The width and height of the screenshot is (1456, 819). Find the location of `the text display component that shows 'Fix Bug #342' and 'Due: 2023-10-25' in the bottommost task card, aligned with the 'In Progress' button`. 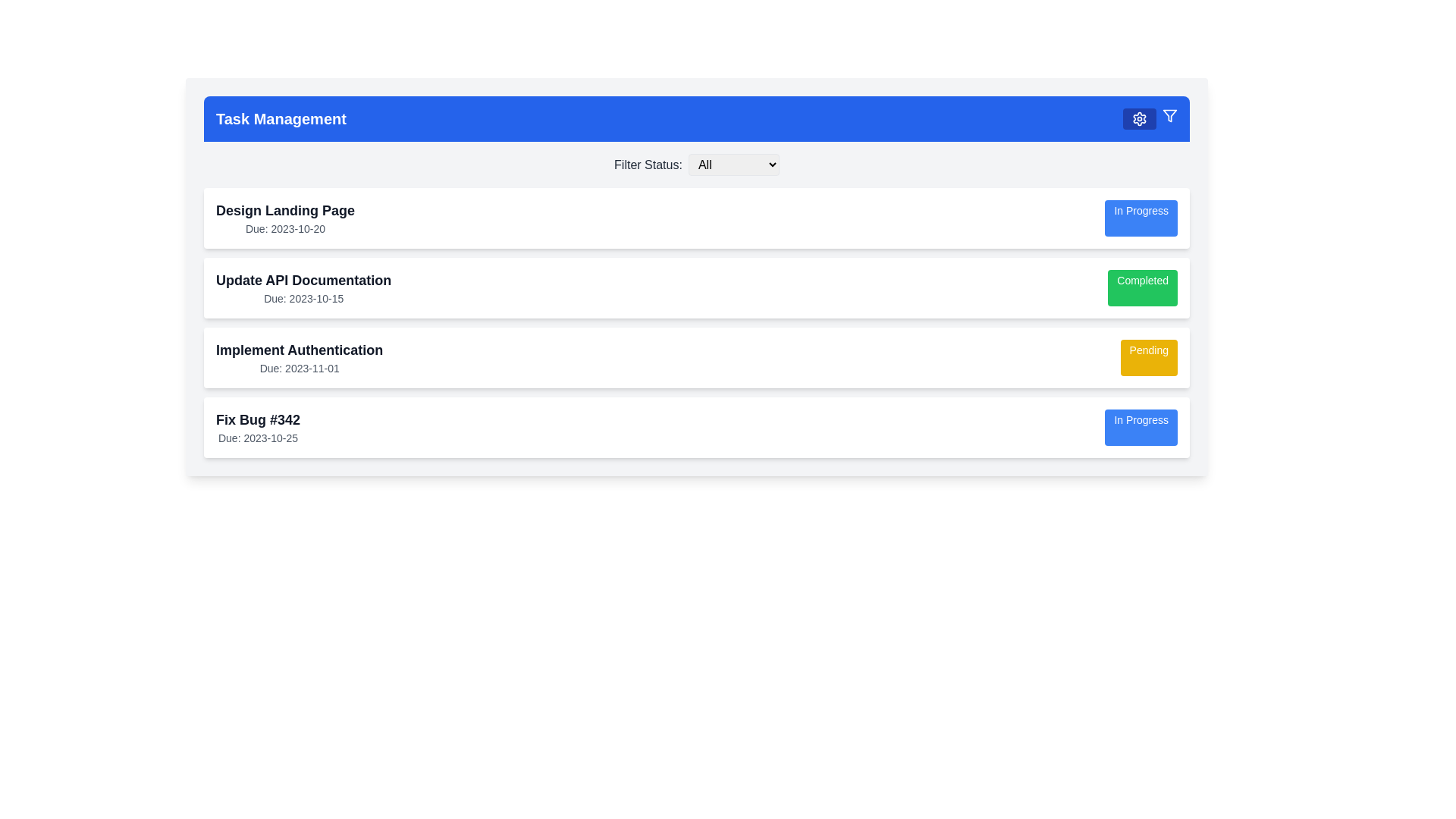

the text display component that shows 'Fix Bug #342' and 'Due: 2023-10-25' in the bottommost task card, aligned with the 'In Progress' button is located at coordinates (258, 427).